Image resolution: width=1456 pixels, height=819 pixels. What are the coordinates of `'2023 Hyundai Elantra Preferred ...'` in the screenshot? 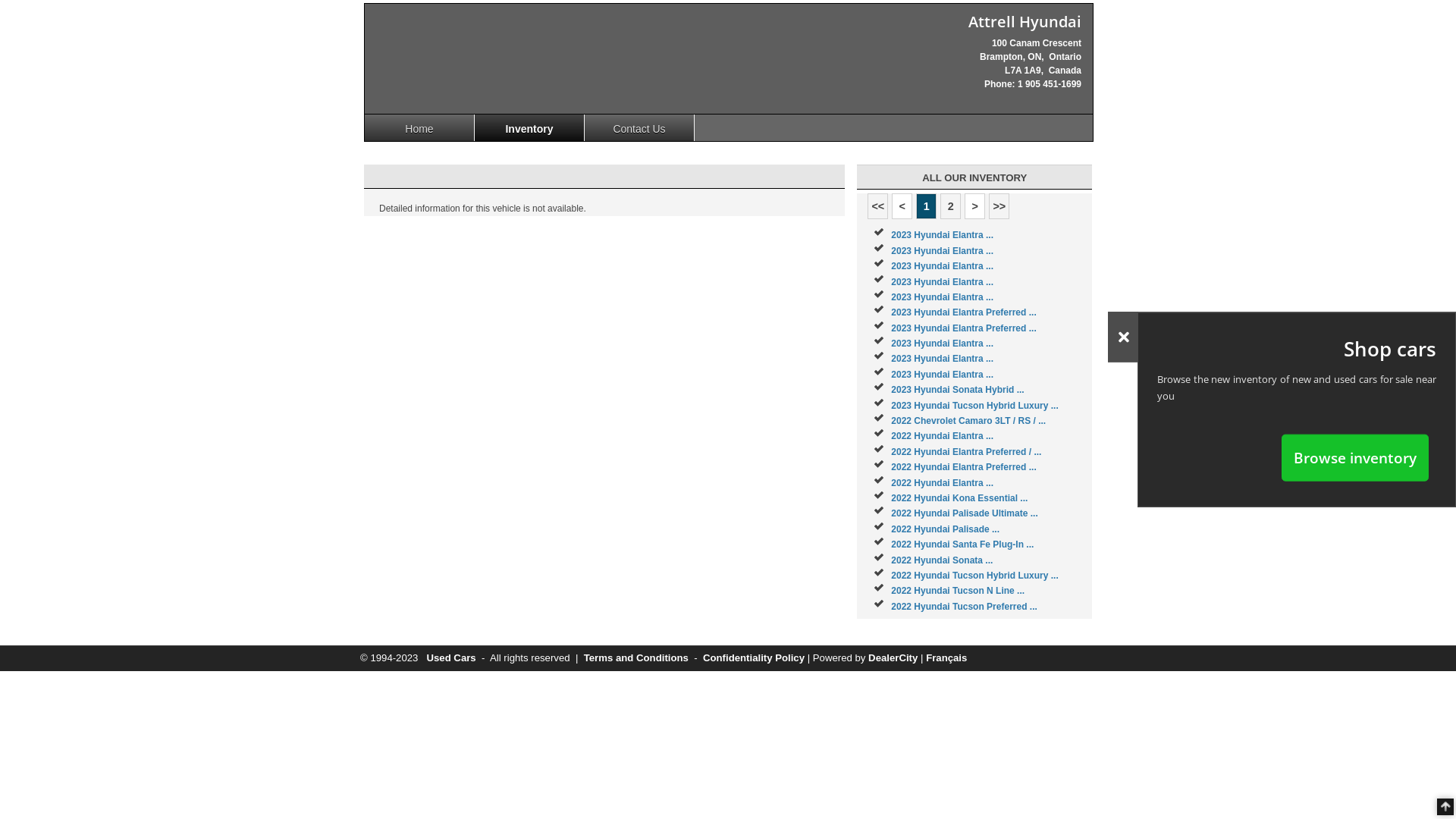 It's located at (962, 327).